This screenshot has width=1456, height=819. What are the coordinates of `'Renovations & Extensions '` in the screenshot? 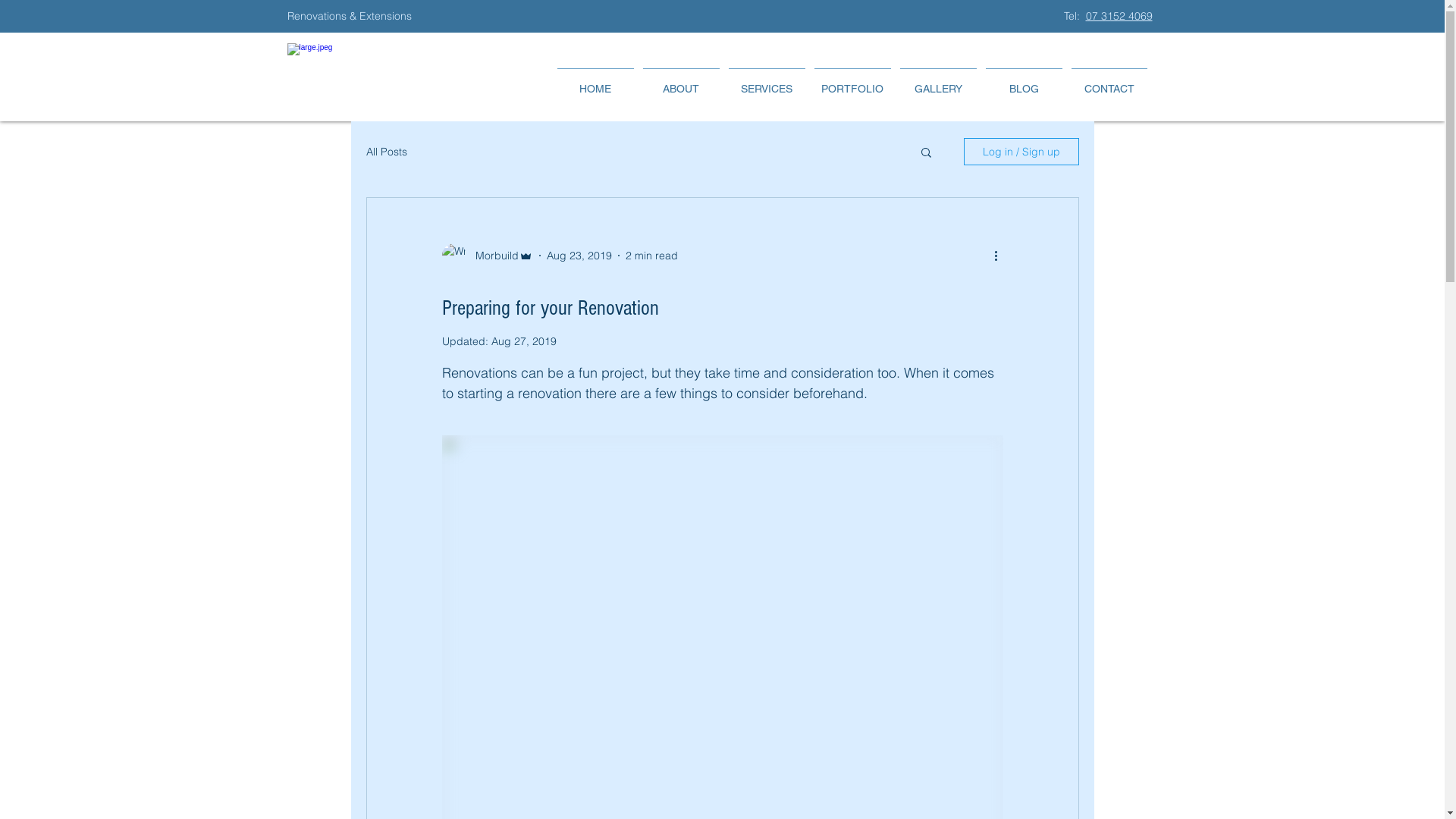 It's located at (349, 15).